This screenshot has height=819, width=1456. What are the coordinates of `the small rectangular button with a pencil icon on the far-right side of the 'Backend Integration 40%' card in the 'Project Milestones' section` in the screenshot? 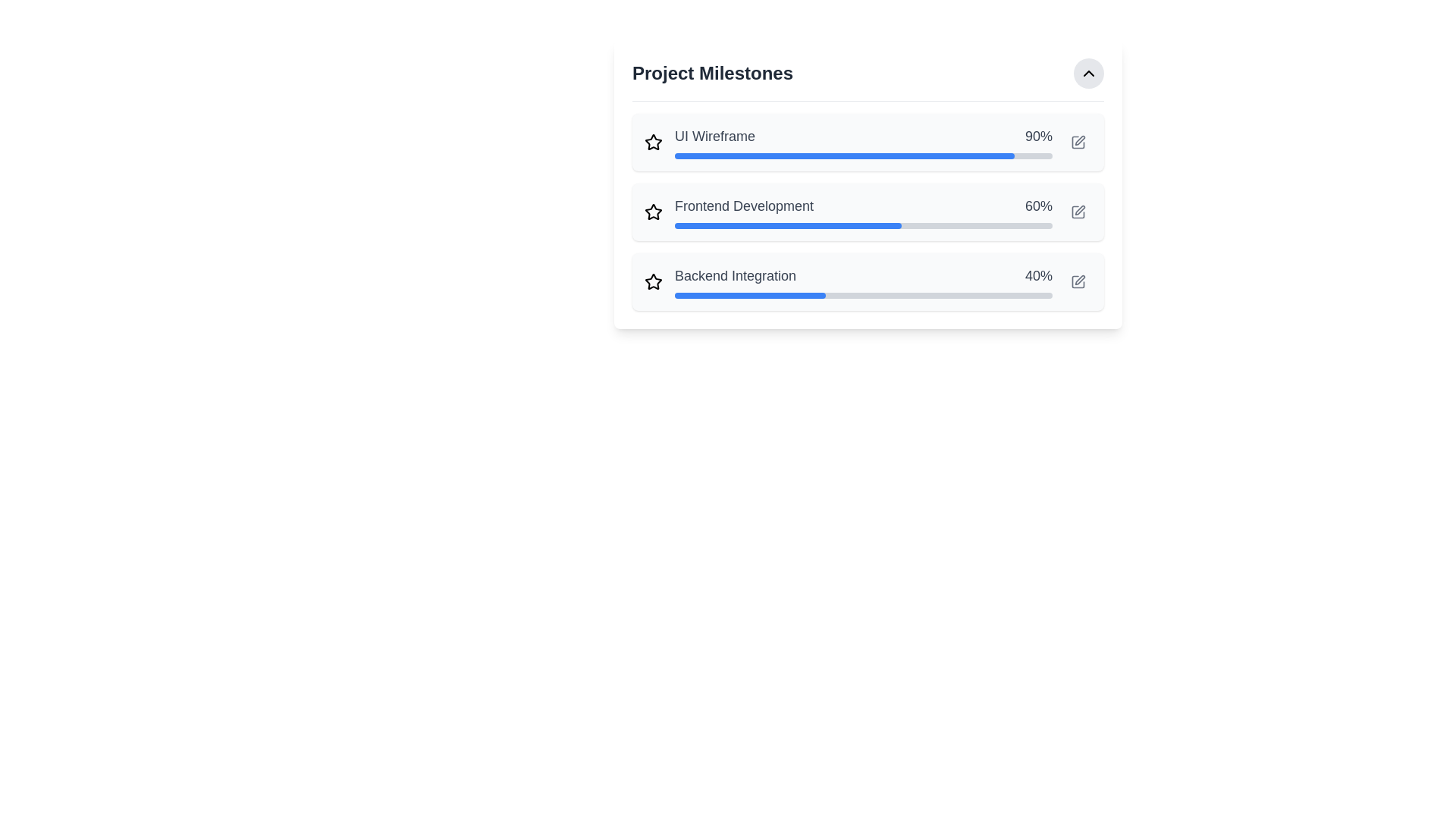 It's located at (1077, 281).